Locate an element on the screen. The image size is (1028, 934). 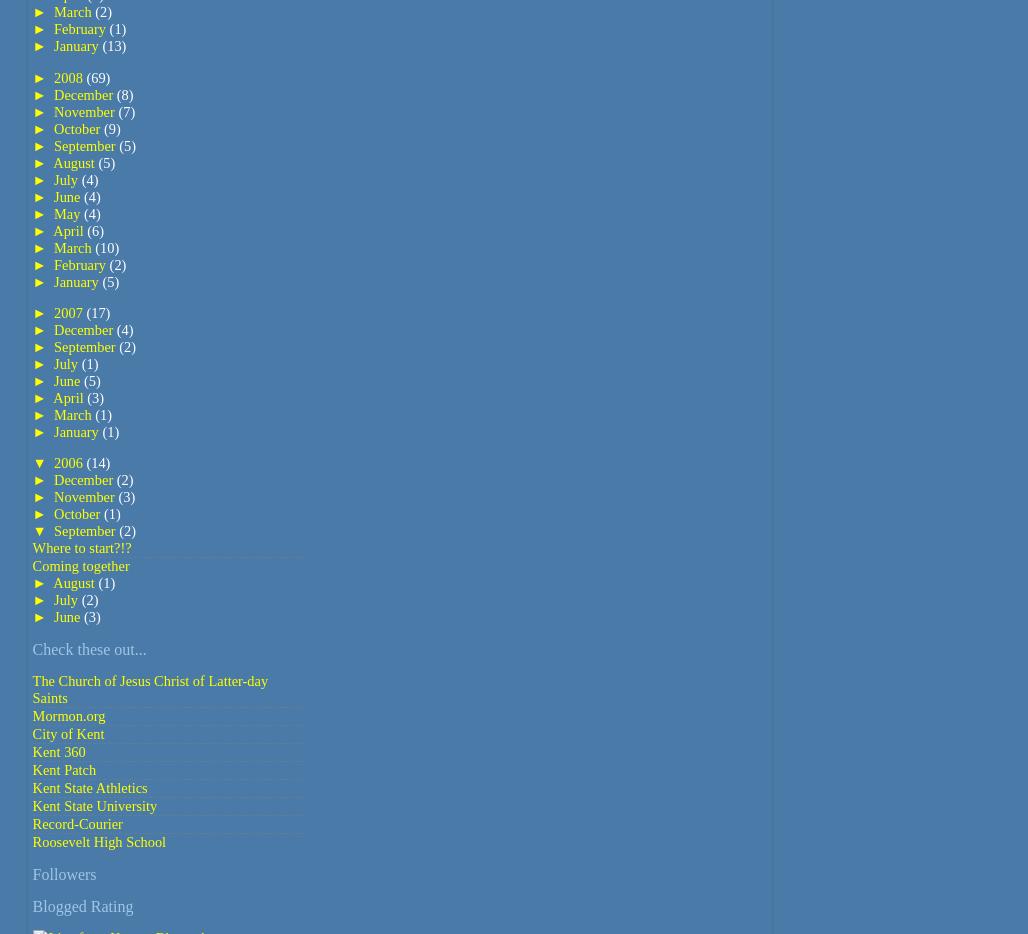
'Kent 360' is located at coordinates (58, 750).